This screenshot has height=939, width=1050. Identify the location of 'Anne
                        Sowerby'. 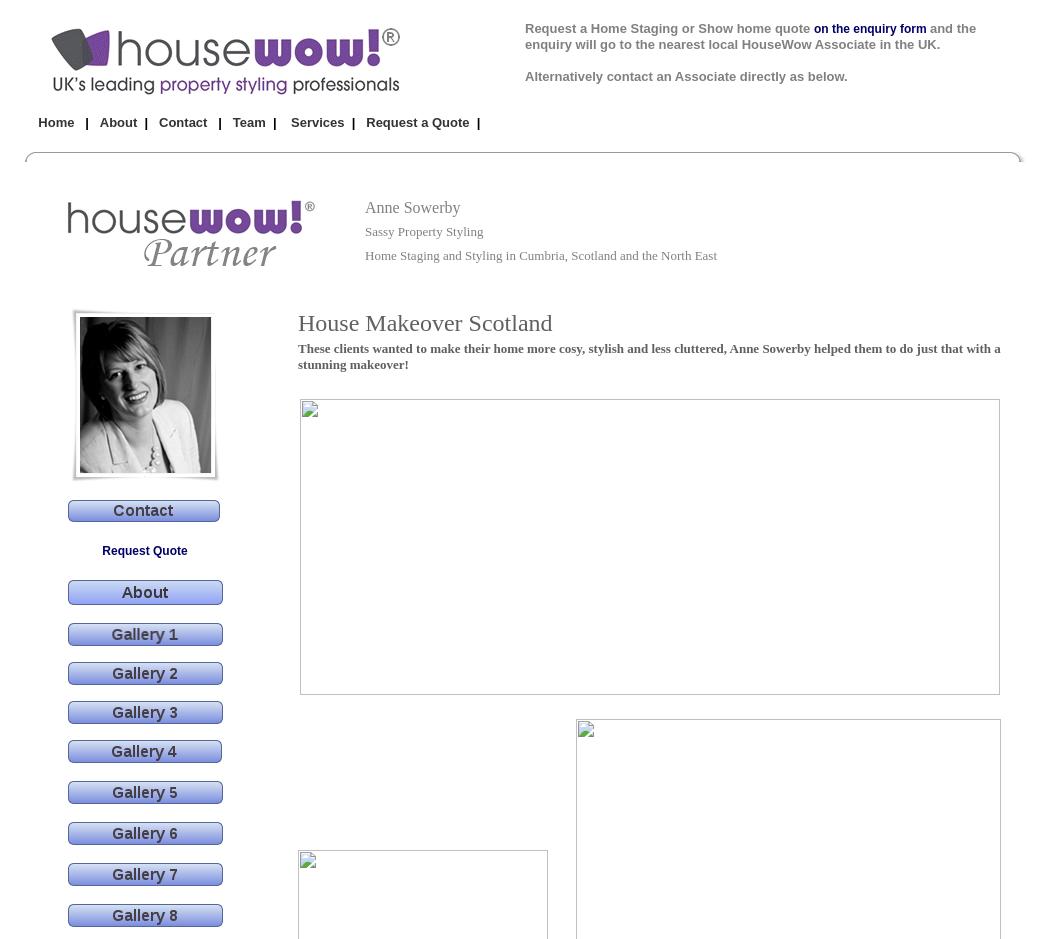
(412, 206).